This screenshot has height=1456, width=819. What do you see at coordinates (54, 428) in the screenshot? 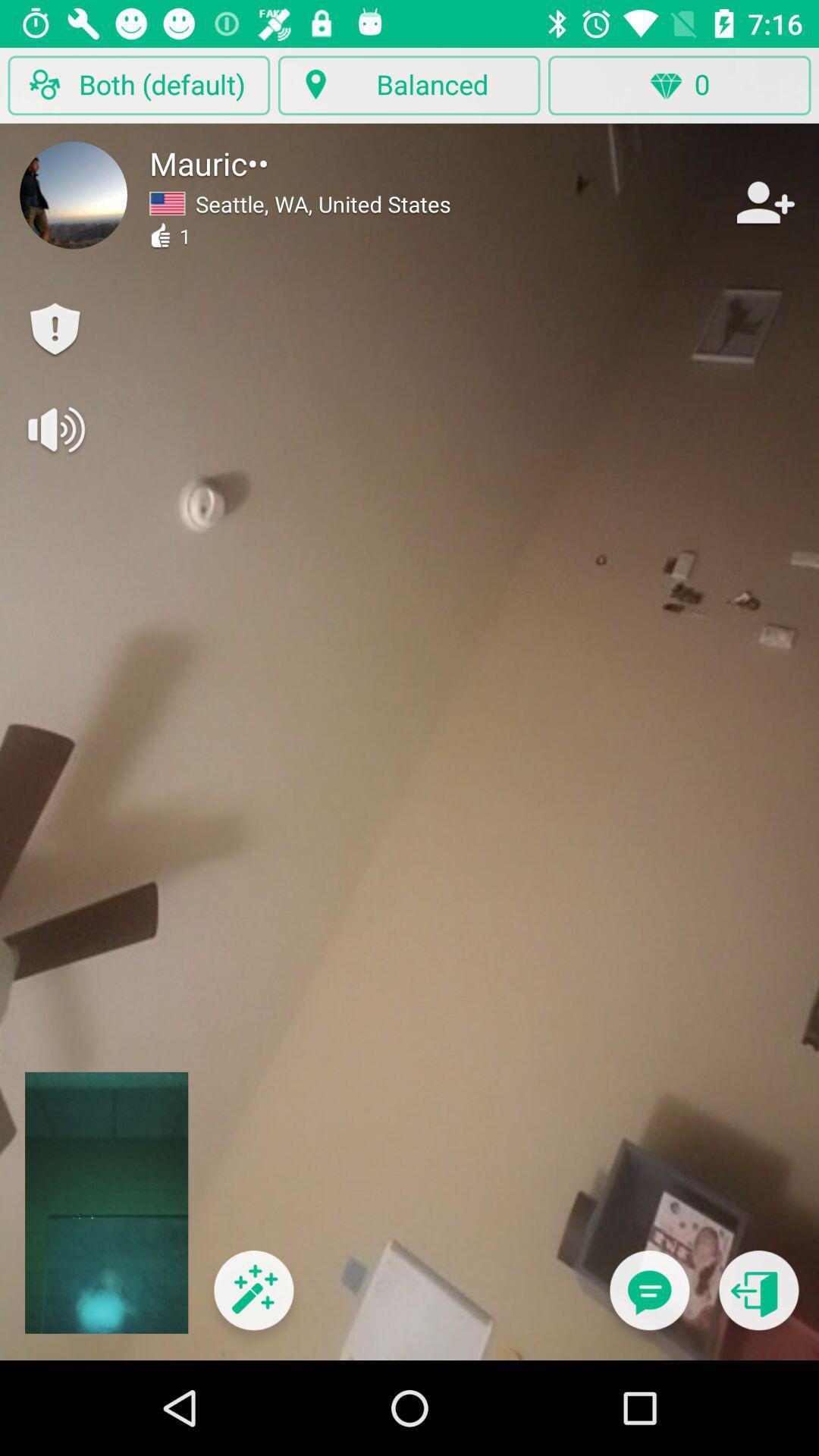
I see `the volume icon` at bounding box center [54, 428].